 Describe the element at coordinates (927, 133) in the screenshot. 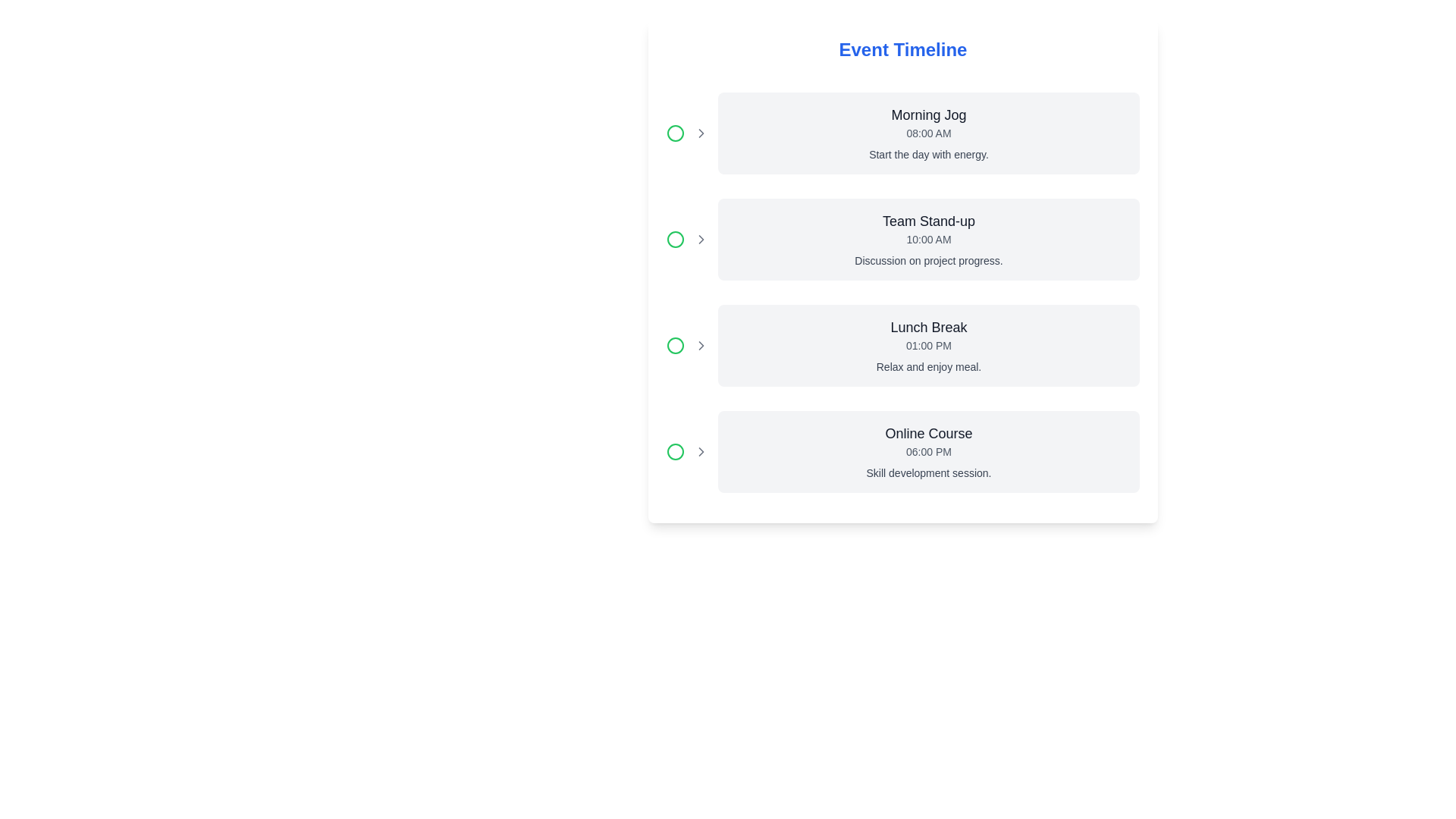

I see `the first card-like block in the 'Event Timeline' section displaying the title 'Morning Jog', which includes the time '08:00 AM' and the description 'Start the day with energy.'` at that location.